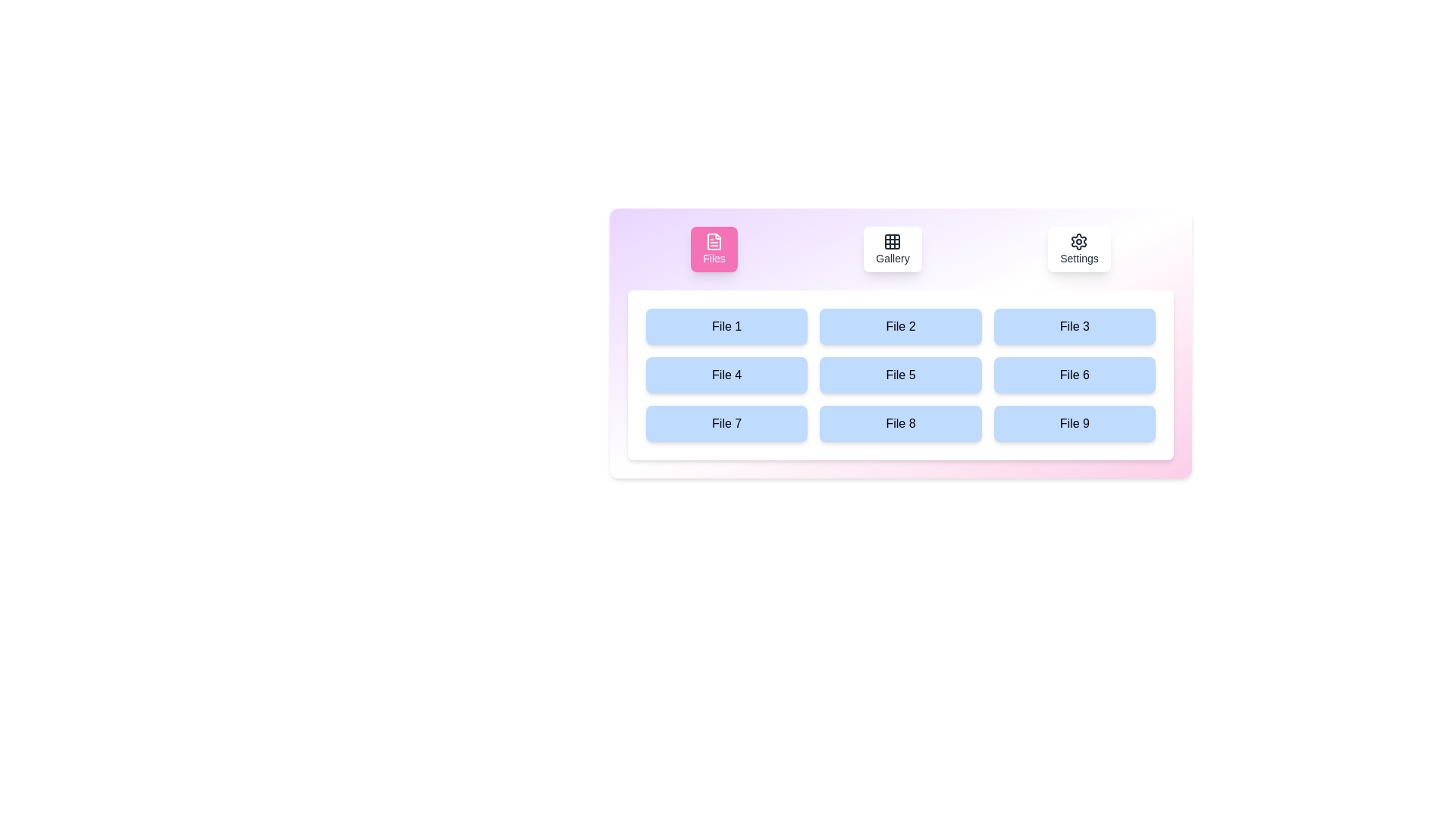  Describe the element at coordinates (713, 248) in the screenshot. I see `the Files tab by clicking its button` at that location.